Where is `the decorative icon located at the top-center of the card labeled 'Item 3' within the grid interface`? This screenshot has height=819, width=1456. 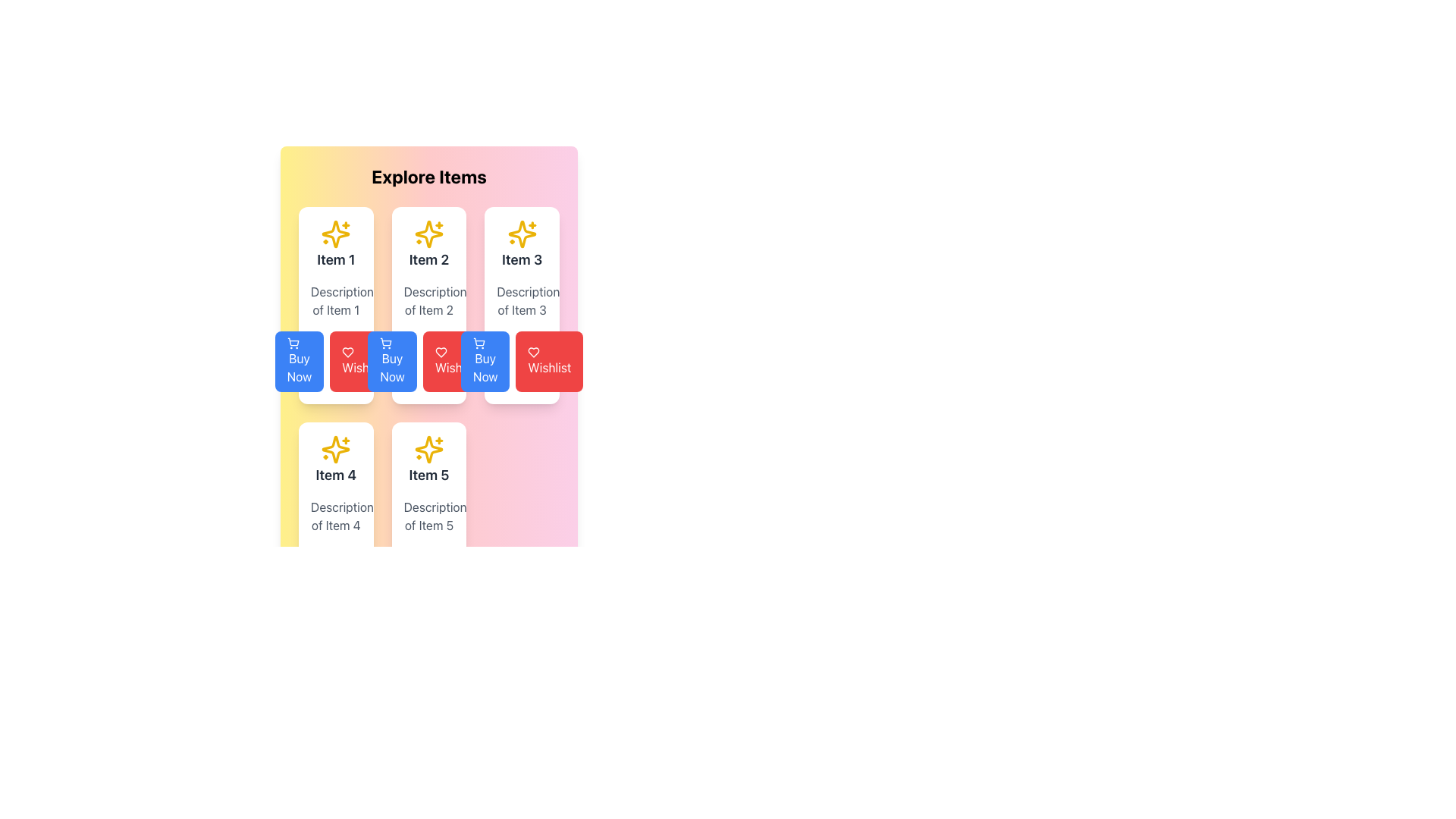
the decorative icon located at the top-center of the card labeled 'Item 3' within the grid interface is located at coordinates (522, 234).